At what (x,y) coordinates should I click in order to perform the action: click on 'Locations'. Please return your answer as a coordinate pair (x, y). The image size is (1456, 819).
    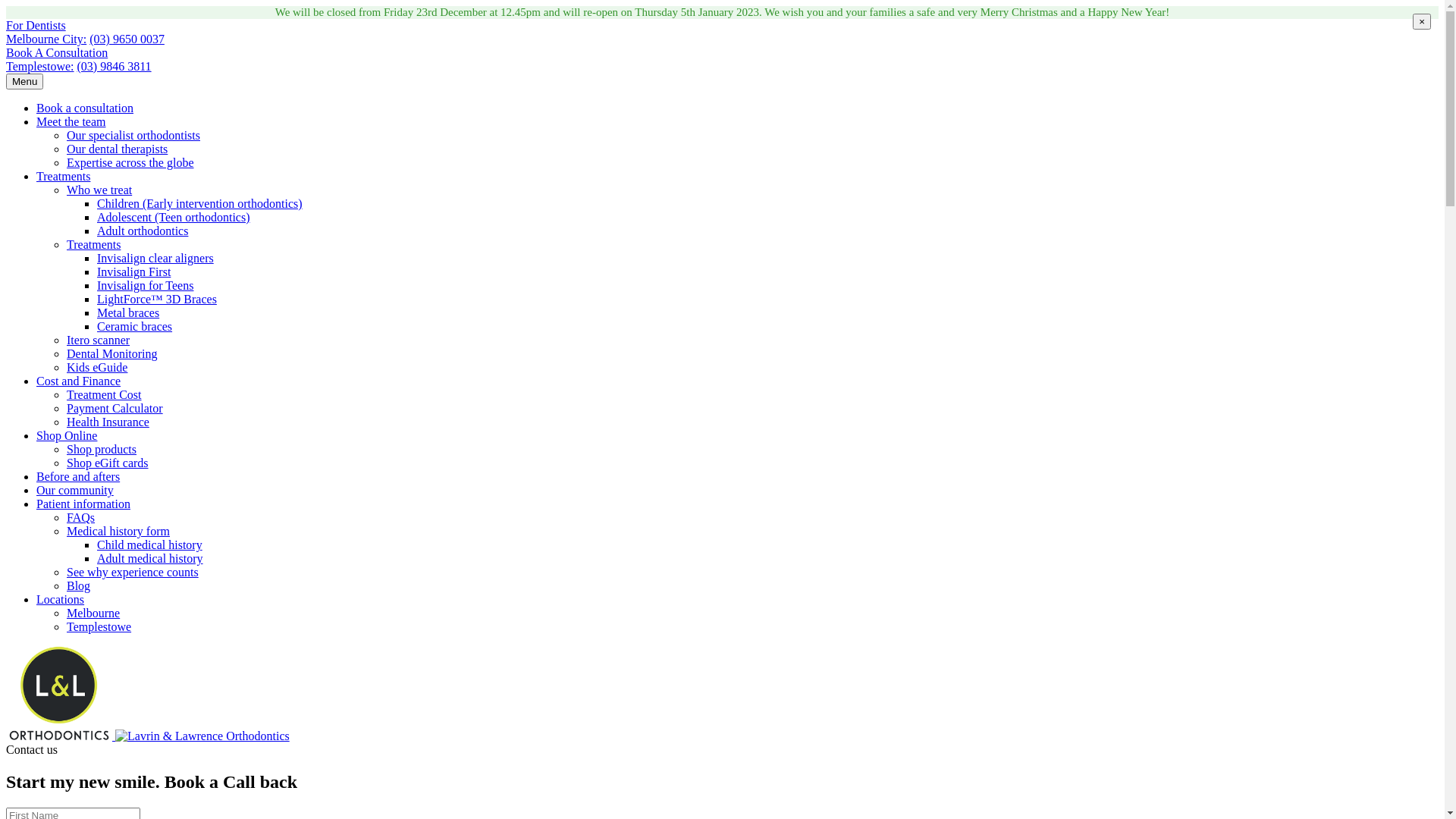
    Looking at the image, I should click on (36, 598).